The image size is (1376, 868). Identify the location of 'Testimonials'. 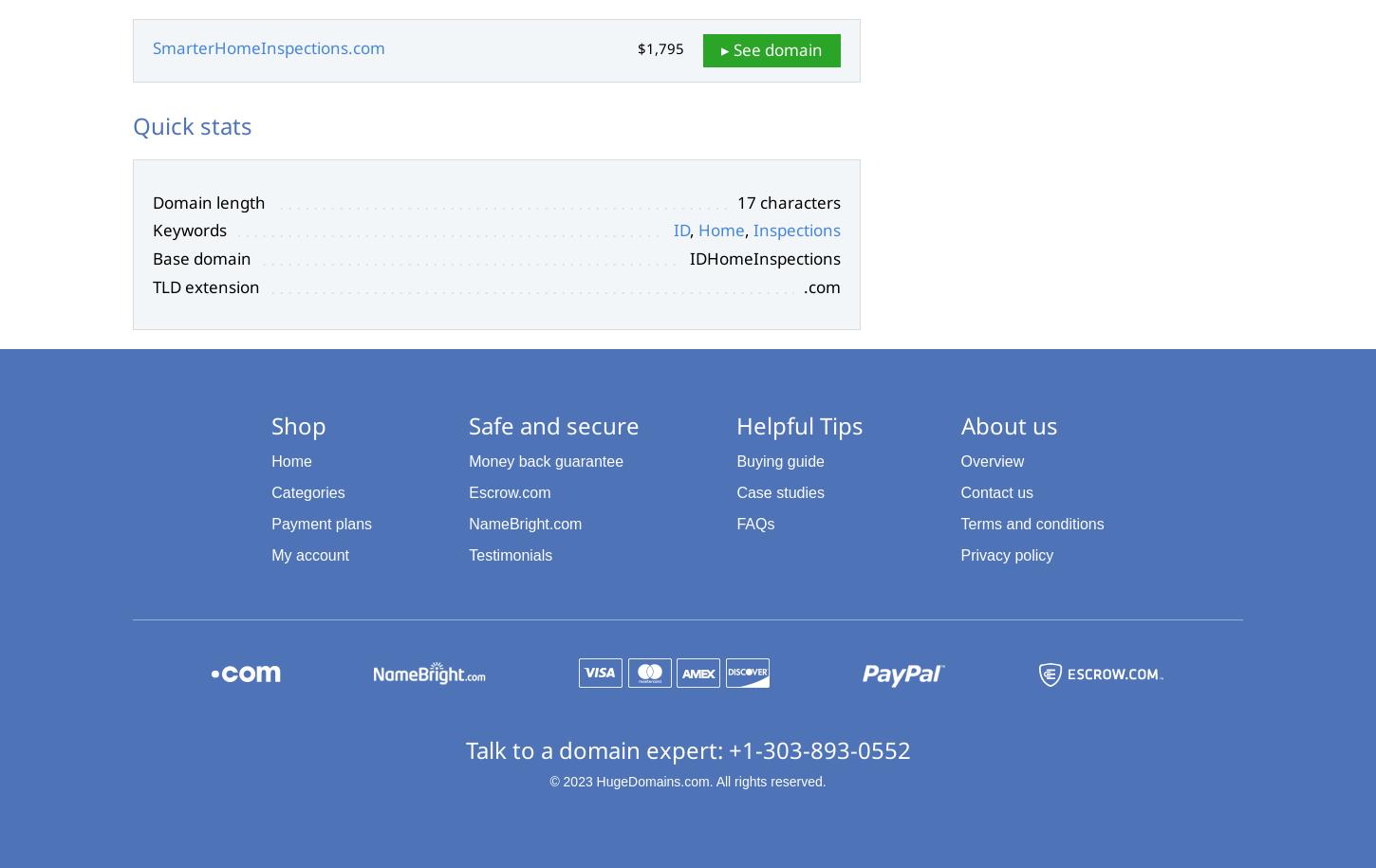
(510, 553).